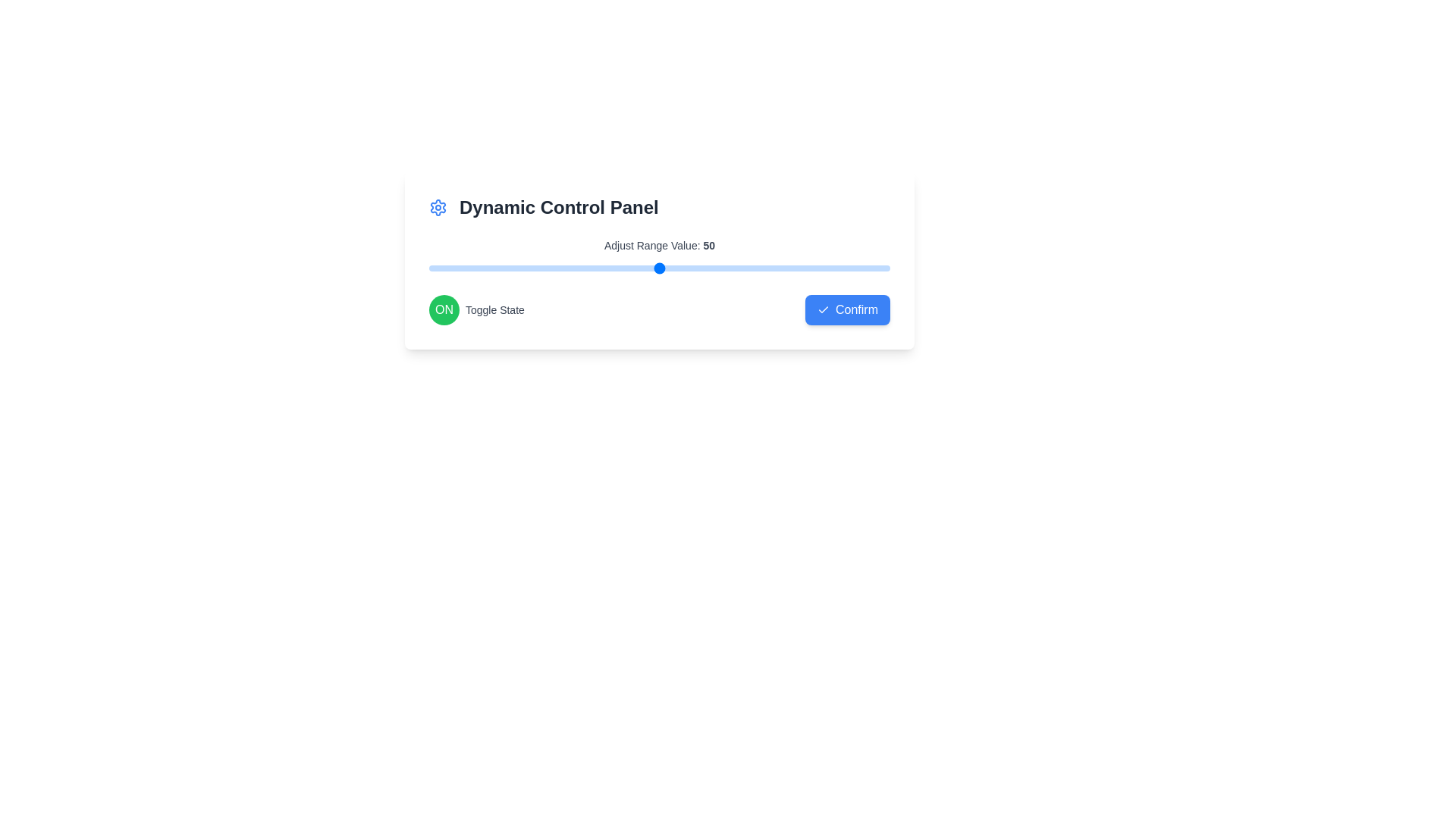 The image size is (1456, 819). I want to click on the slider value, so click(682, 268).